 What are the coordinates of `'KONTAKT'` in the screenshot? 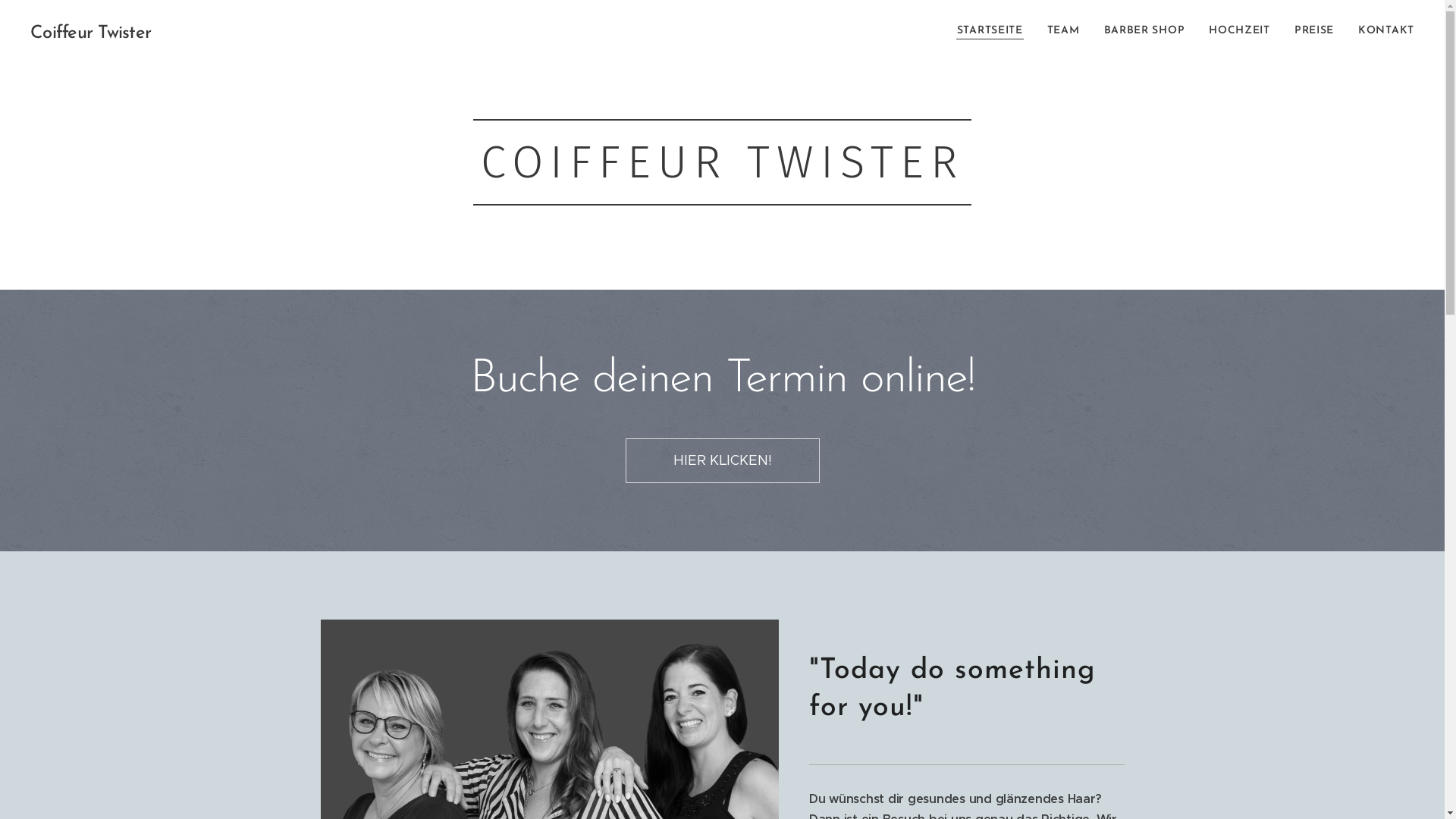 It's located at (1379, 31).